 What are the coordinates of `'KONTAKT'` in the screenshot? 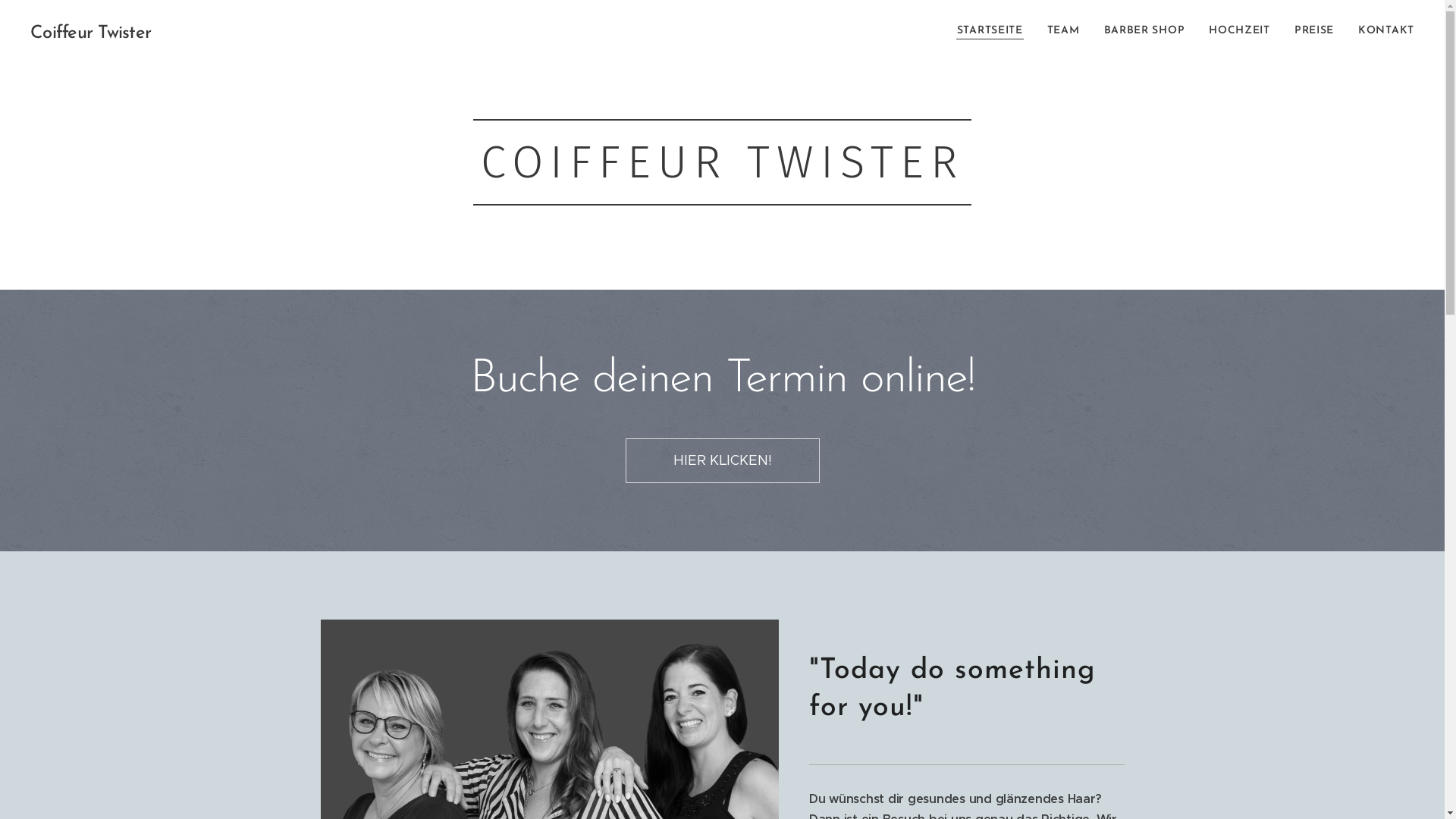 It's located at (1379, 31).